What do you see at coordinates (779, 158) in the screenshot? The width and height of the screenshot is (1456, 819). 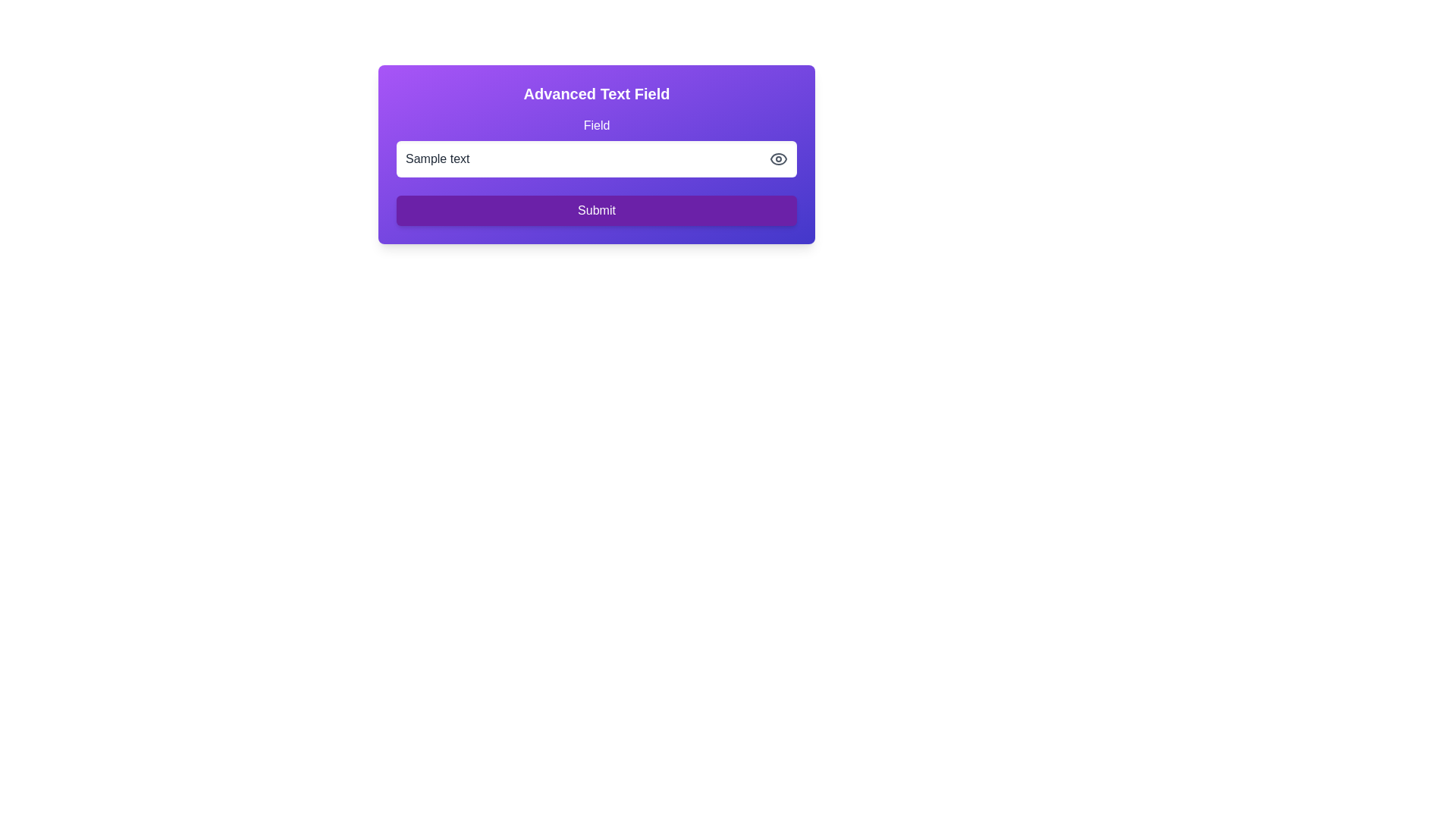 I see `the visibility toggle icon button located at the top-right corner of the text input field within the purple card UI layout` at bounding box center [779, 158].